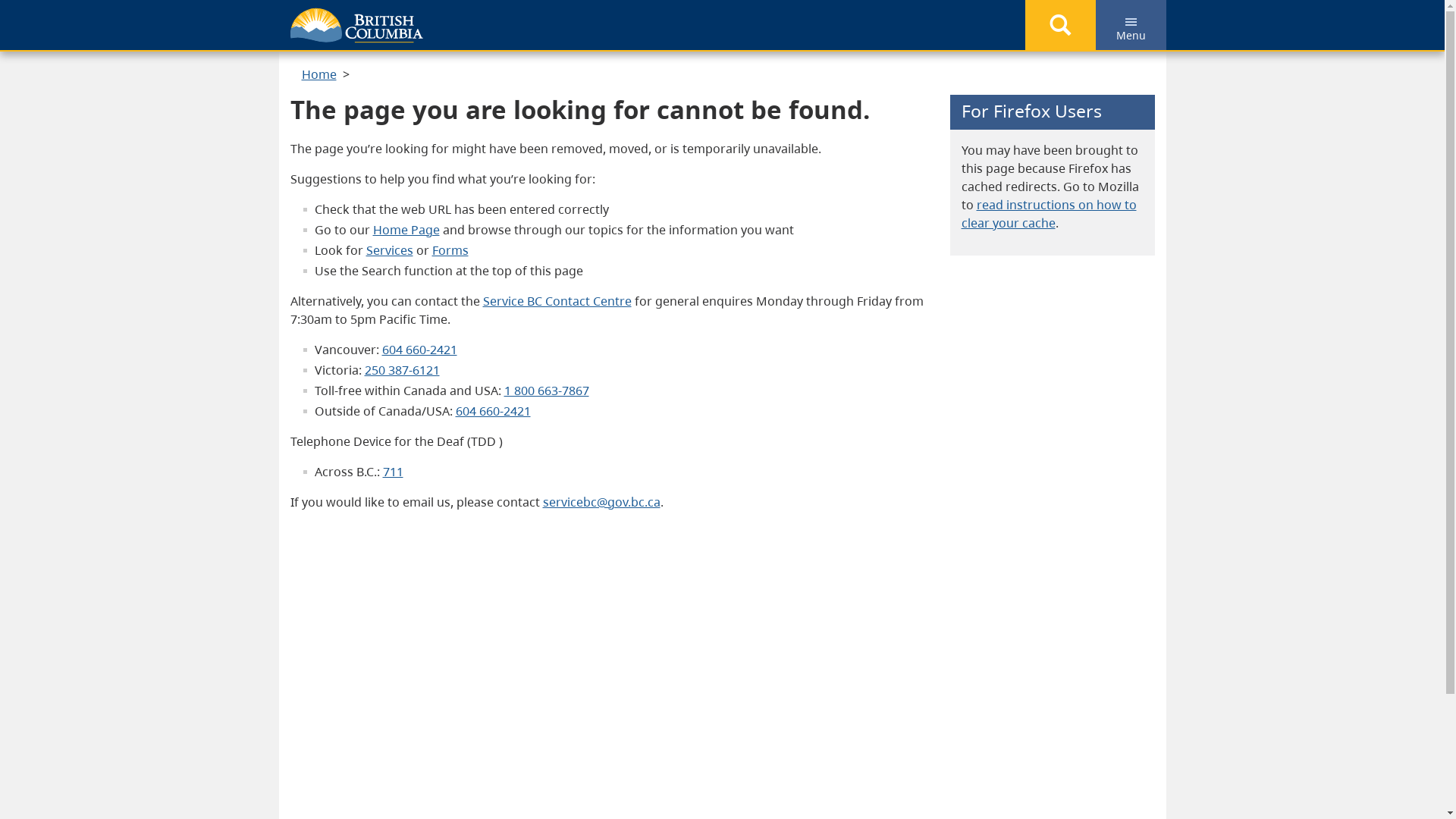 The width and height of the screenshot is (1456, 819). Describe the element at coordinates (365, 249) in the screenshot. I see `'Services'` at that location.